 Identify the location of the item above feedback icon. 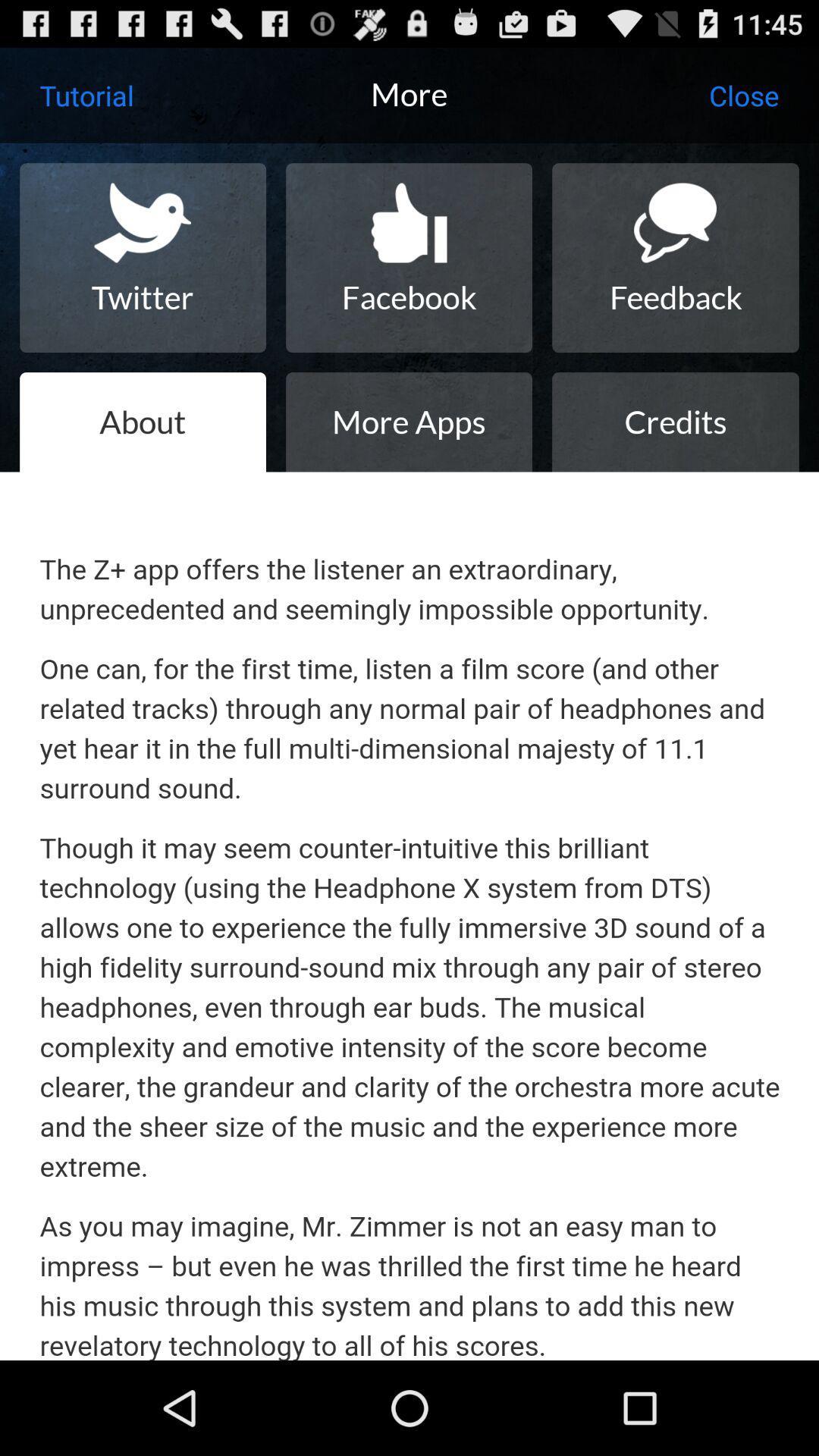
(743, 94).